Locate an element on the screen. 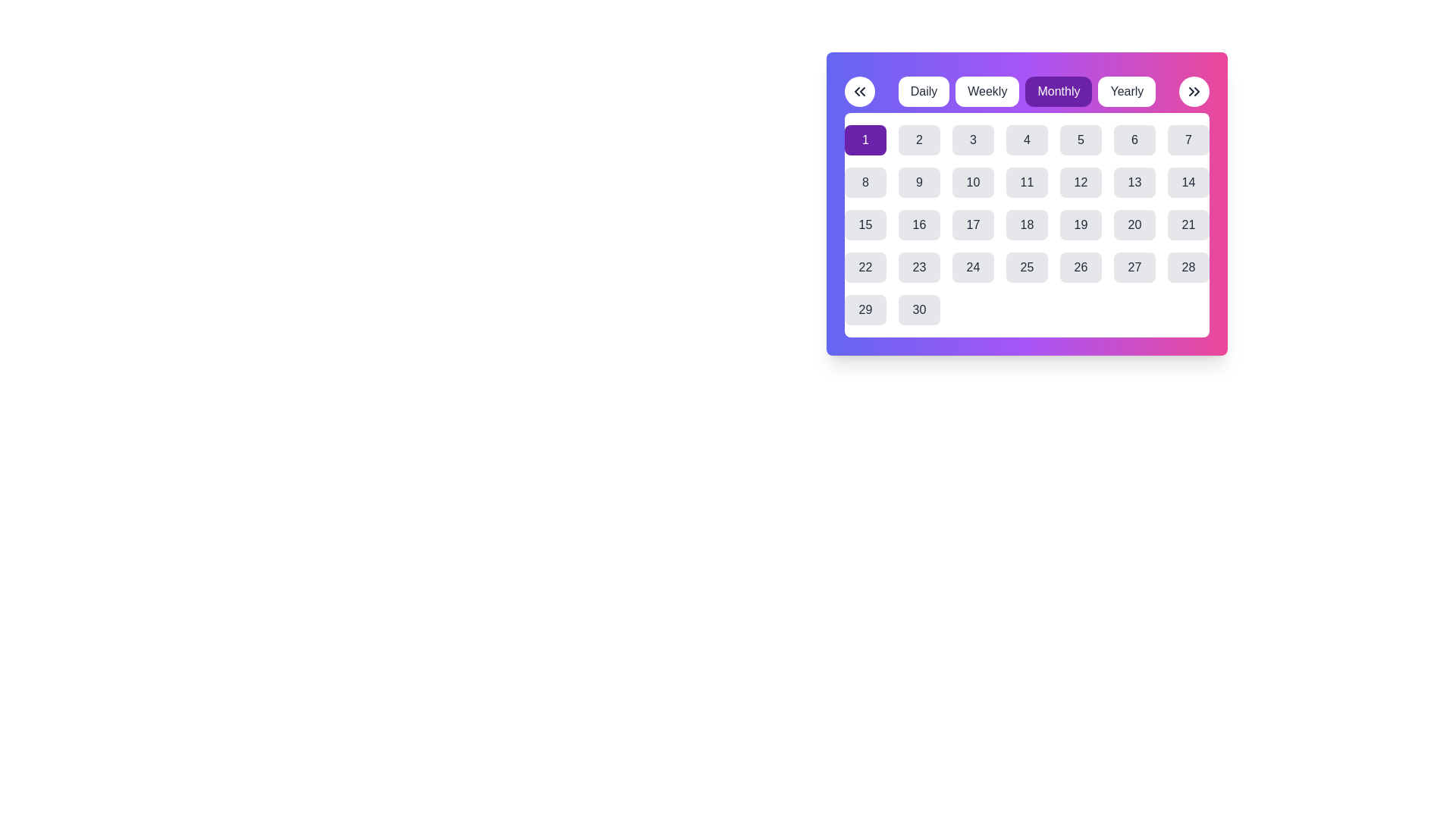 Image resolution: width=1456 pixels, height=819 pixels. the circular button with a white background and right-pointing chevrons icon located at the far right of the calendar interface header is located at coordinates (1193, 91).